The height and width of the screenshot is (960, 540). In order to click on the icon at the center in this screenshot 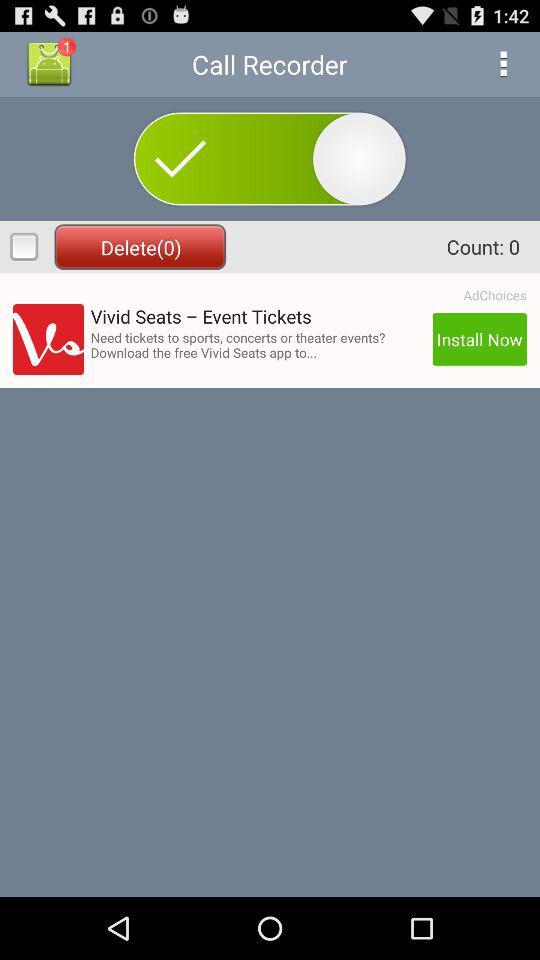, I will do `click(258, 345)`.